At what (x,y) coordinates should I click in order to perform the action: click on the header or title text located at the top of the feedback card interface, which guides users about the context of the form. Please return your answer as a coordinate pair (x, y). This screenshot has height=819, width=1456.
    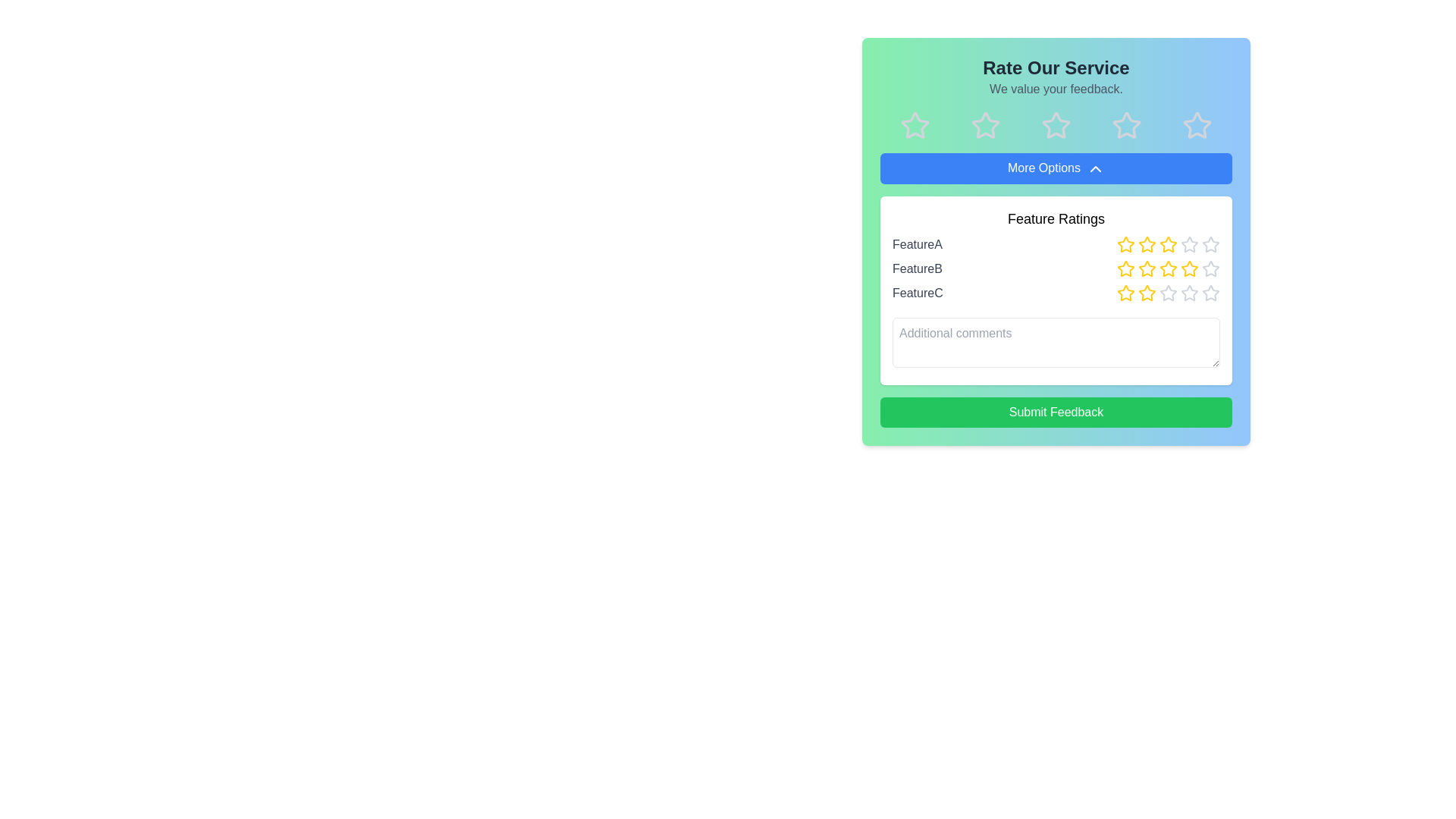
    Looking at the image, I should click on (1055, 67).